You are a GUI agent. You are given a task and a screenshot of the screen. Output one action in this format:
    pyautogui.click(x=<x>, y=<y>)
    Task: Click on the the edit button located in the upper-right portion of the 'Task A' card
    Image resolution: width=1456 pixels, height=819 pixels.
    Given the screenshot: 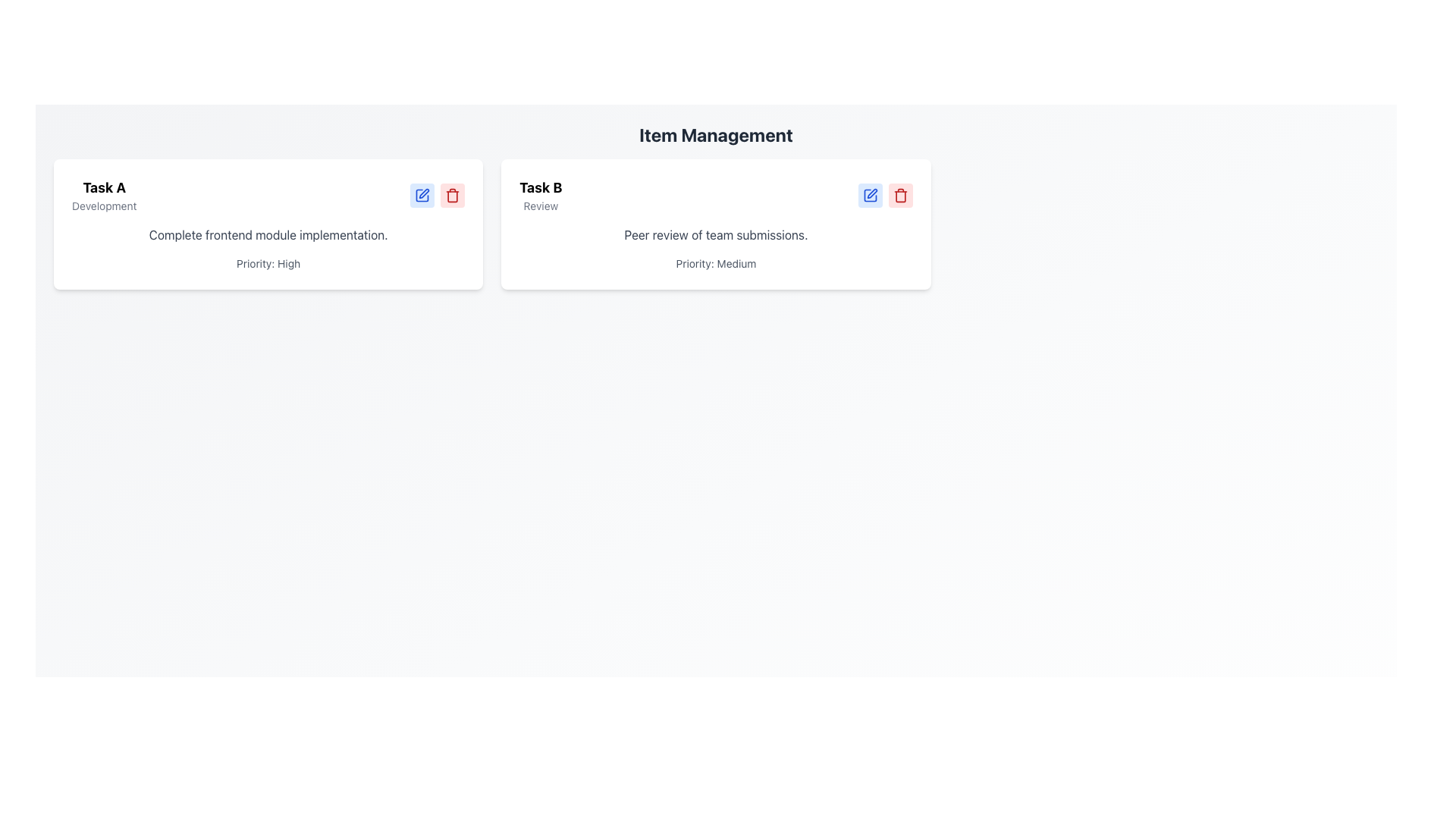 What is the action you would take?
    pyautogui.click(x=422, y=195)
    